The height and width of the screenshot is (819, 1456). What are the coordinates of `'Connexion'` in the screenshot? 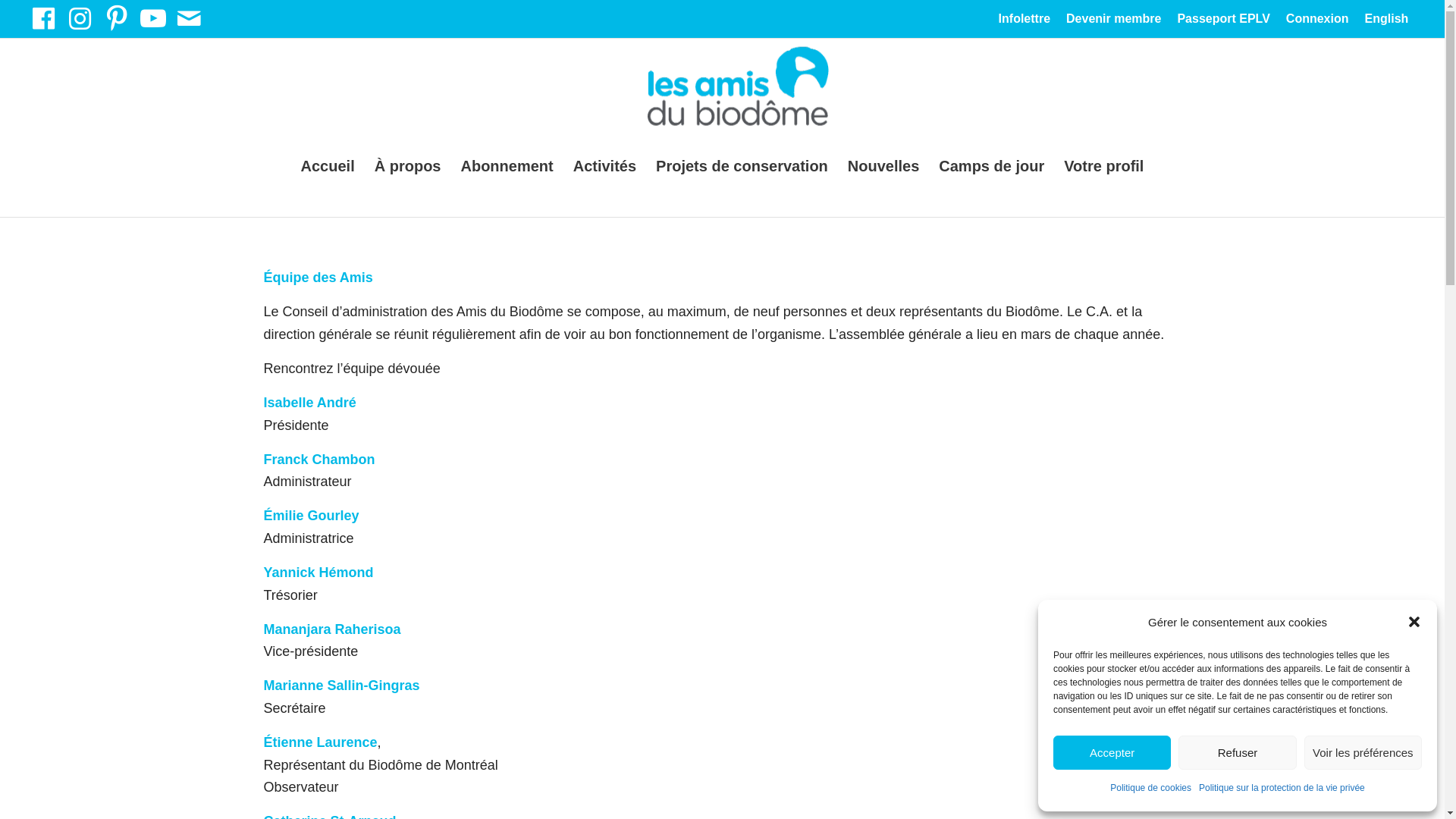 It's located at (1316, 20).